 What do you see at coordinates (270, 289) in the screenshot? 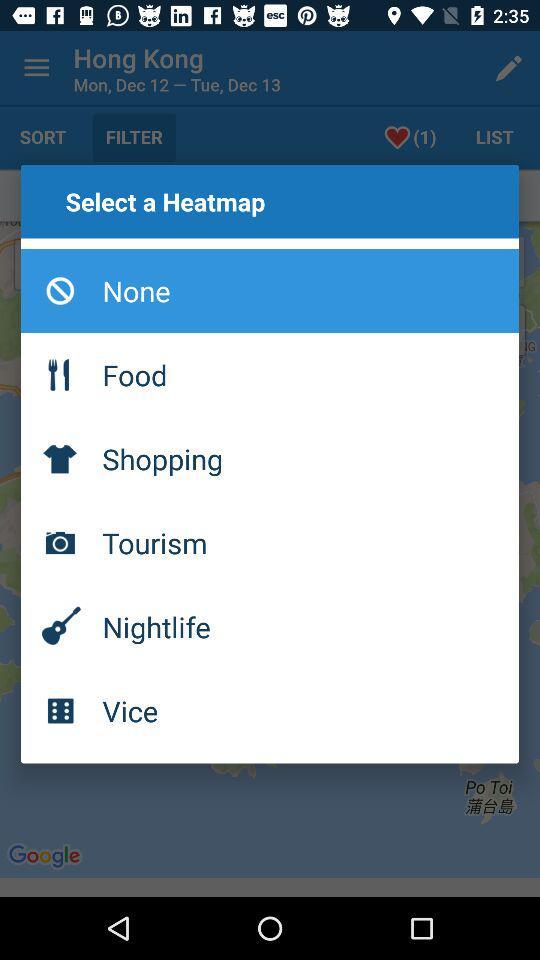
I see `item at the top` at bounding box center [270, 289].